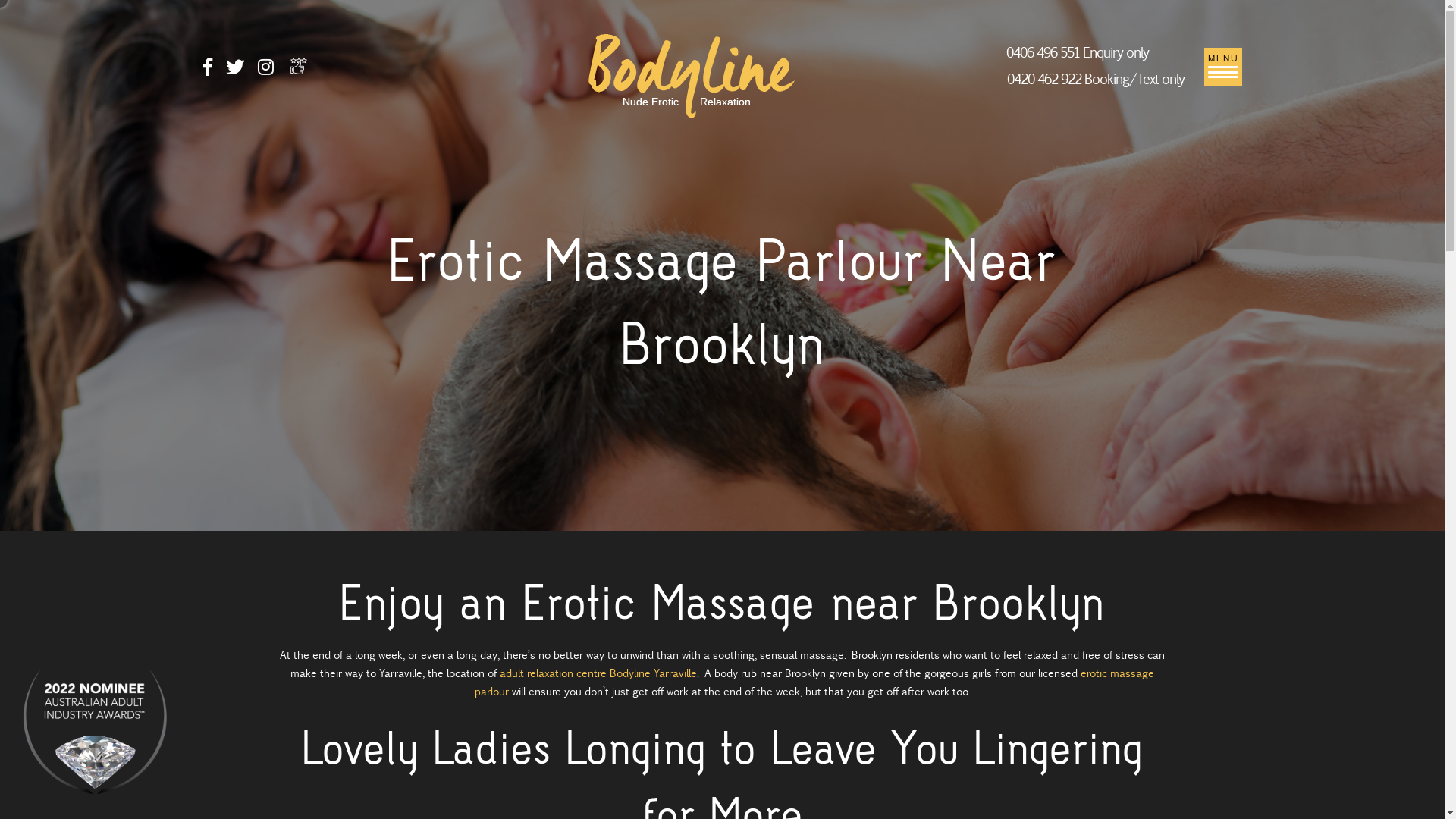 Image resolution: width=1456 pixels, height=819 pixels. Describe the element at coordinates (265, 69) in the screenshot. I see `'Instagram'` at that location.